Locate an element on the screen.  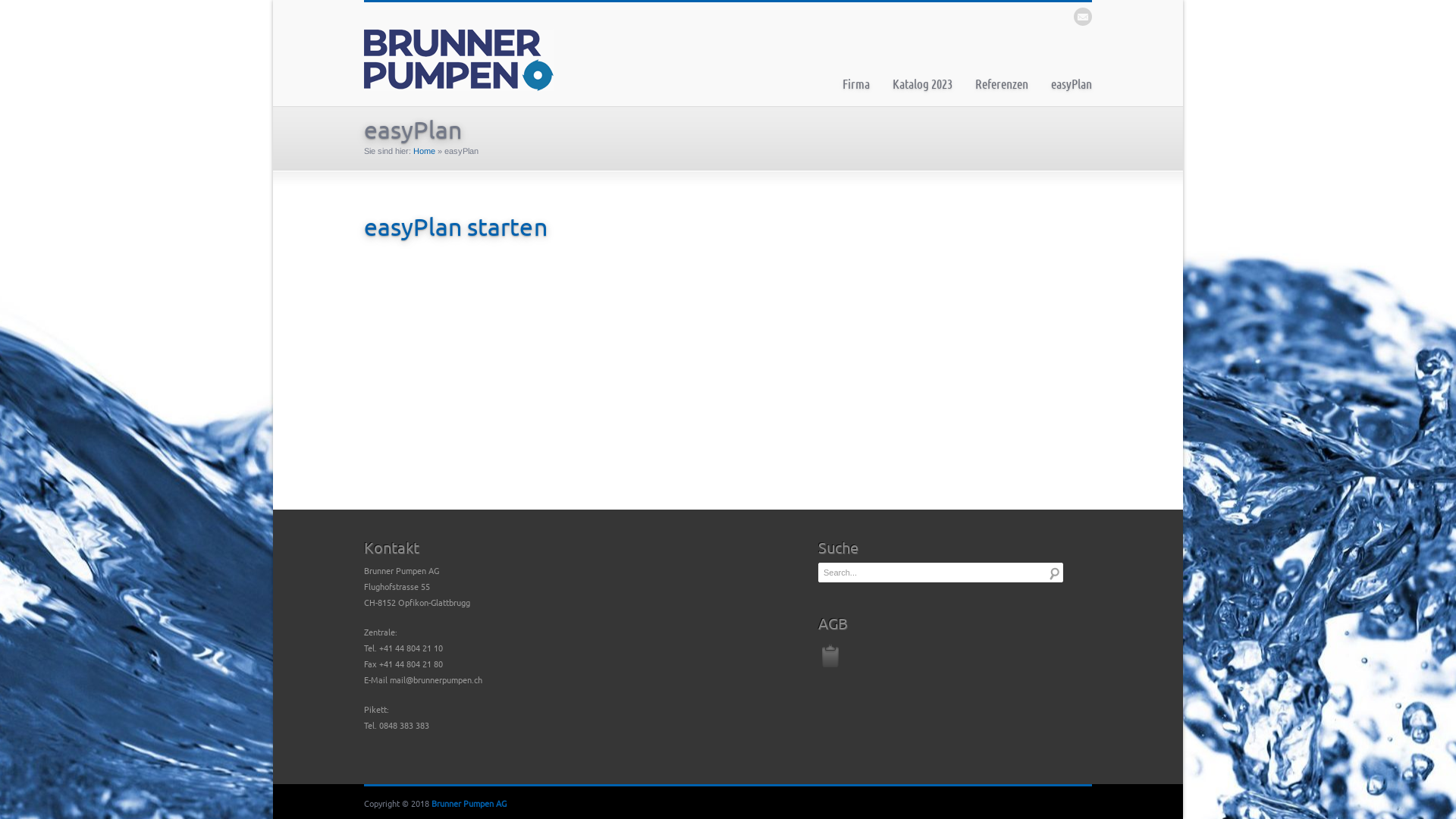
'Brunner Pumpen AG' is located at coordinates (468, 802).